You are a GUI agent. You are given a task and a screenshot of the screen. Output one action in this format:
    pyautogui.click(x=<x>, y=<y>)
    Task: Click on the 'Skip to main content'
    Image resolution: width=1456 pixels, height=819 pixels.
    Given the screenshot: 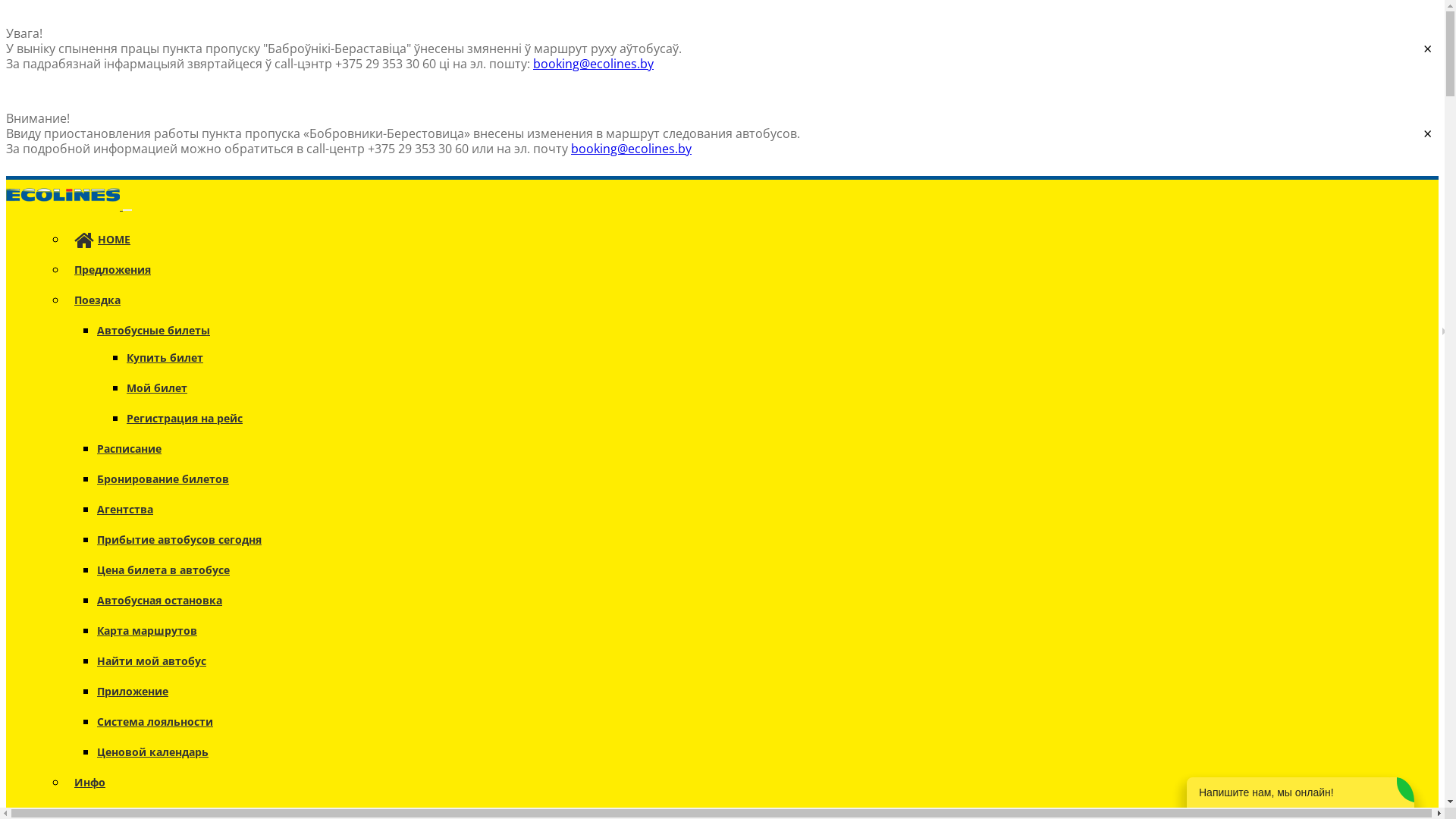 What is the action you would take?
    pyautogui.click(x=64, y=6)
    